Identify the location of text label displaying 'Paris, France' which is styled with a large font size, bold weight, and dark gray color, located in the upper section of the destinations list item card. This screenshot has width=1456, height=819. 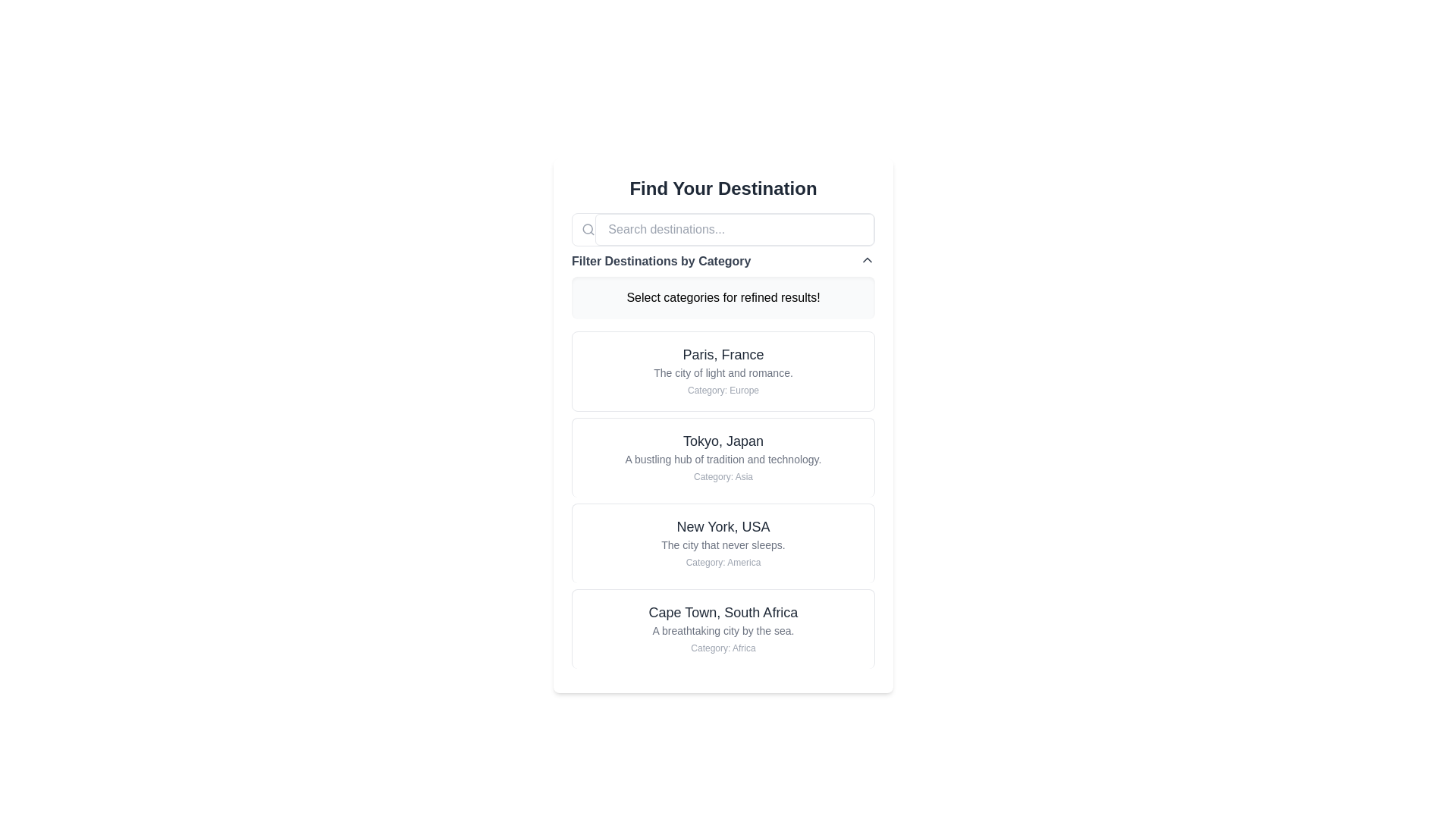
(723, 354).